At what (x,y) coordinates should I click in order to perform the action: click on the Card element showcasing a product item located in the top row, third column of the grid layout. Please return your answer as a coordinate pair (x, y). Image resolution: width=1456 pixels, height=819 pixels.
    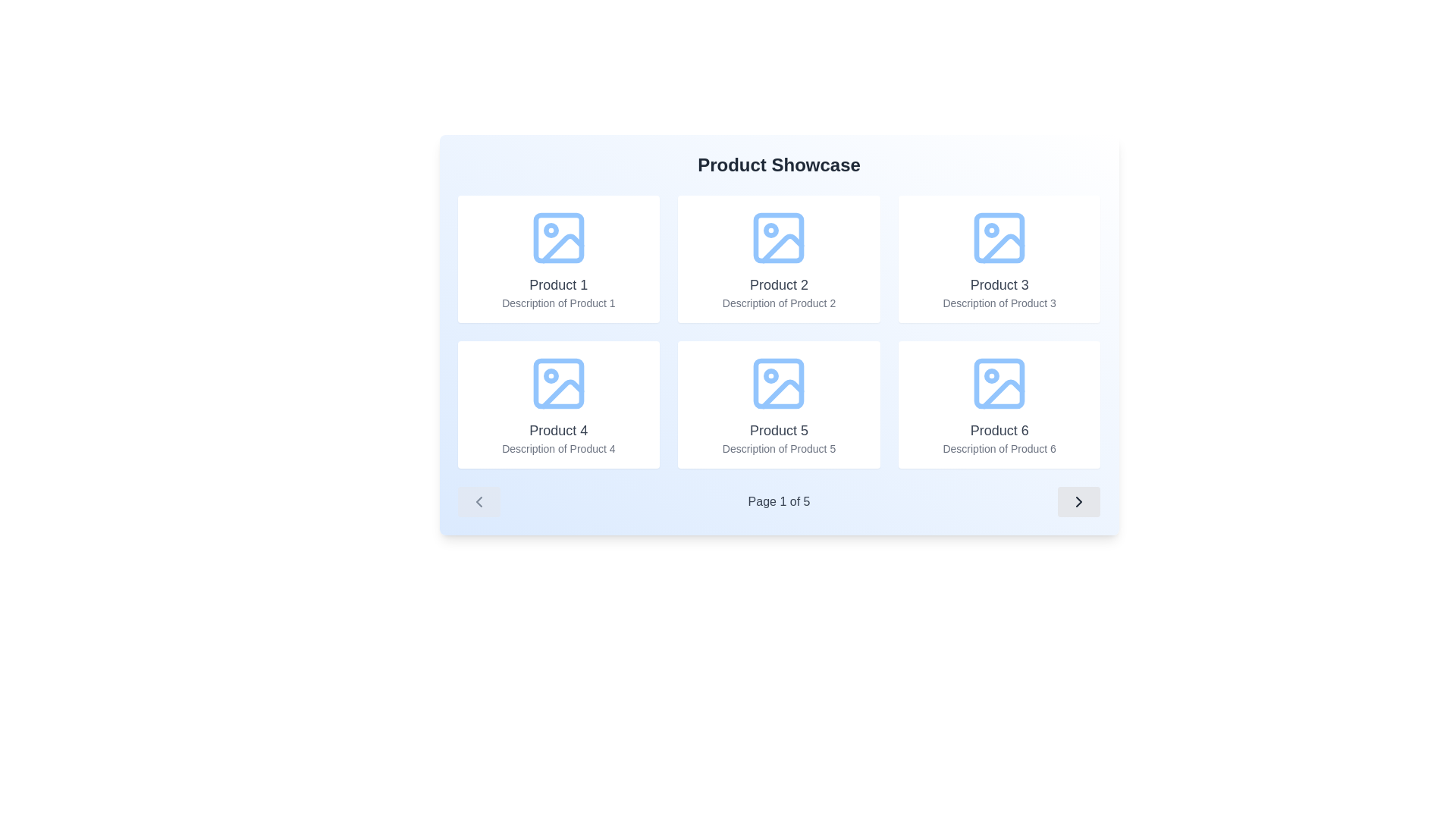
    Looking at the image, I should click on (999, 259).